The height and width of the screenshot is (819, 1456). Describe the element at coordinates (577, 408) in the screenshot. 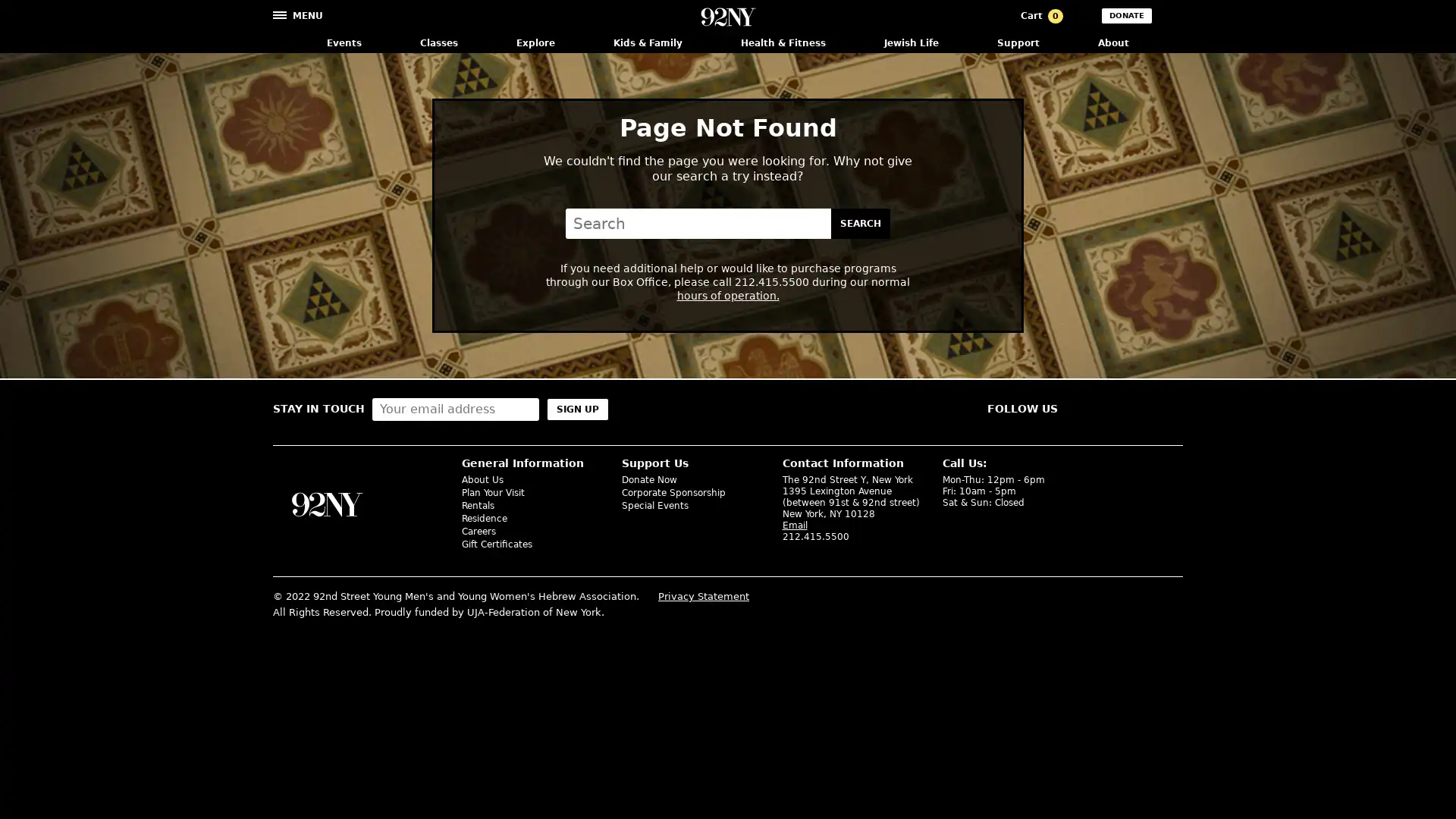

I see `Sign Up` at that location.